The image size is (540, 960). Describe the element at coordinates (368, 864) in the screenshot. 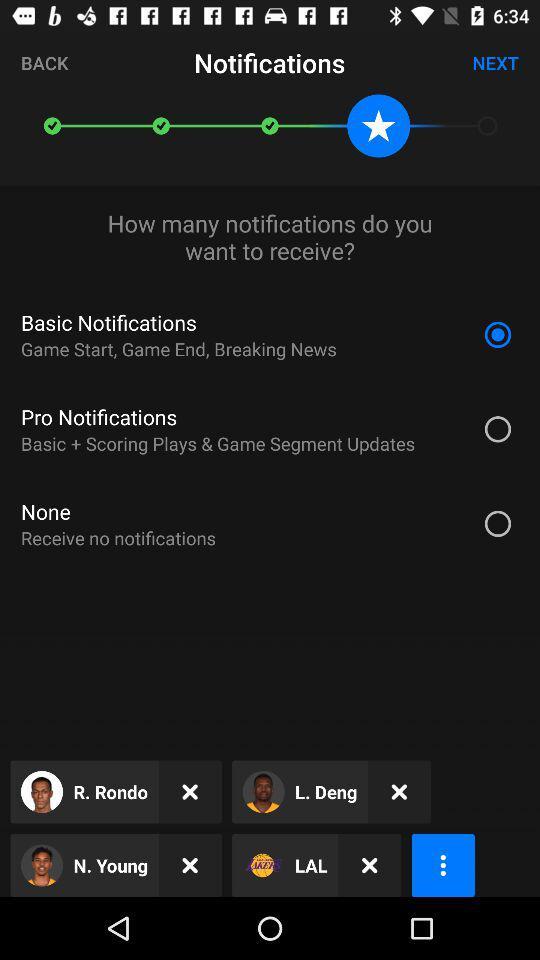

I see `the item next to the lal item` at that location.